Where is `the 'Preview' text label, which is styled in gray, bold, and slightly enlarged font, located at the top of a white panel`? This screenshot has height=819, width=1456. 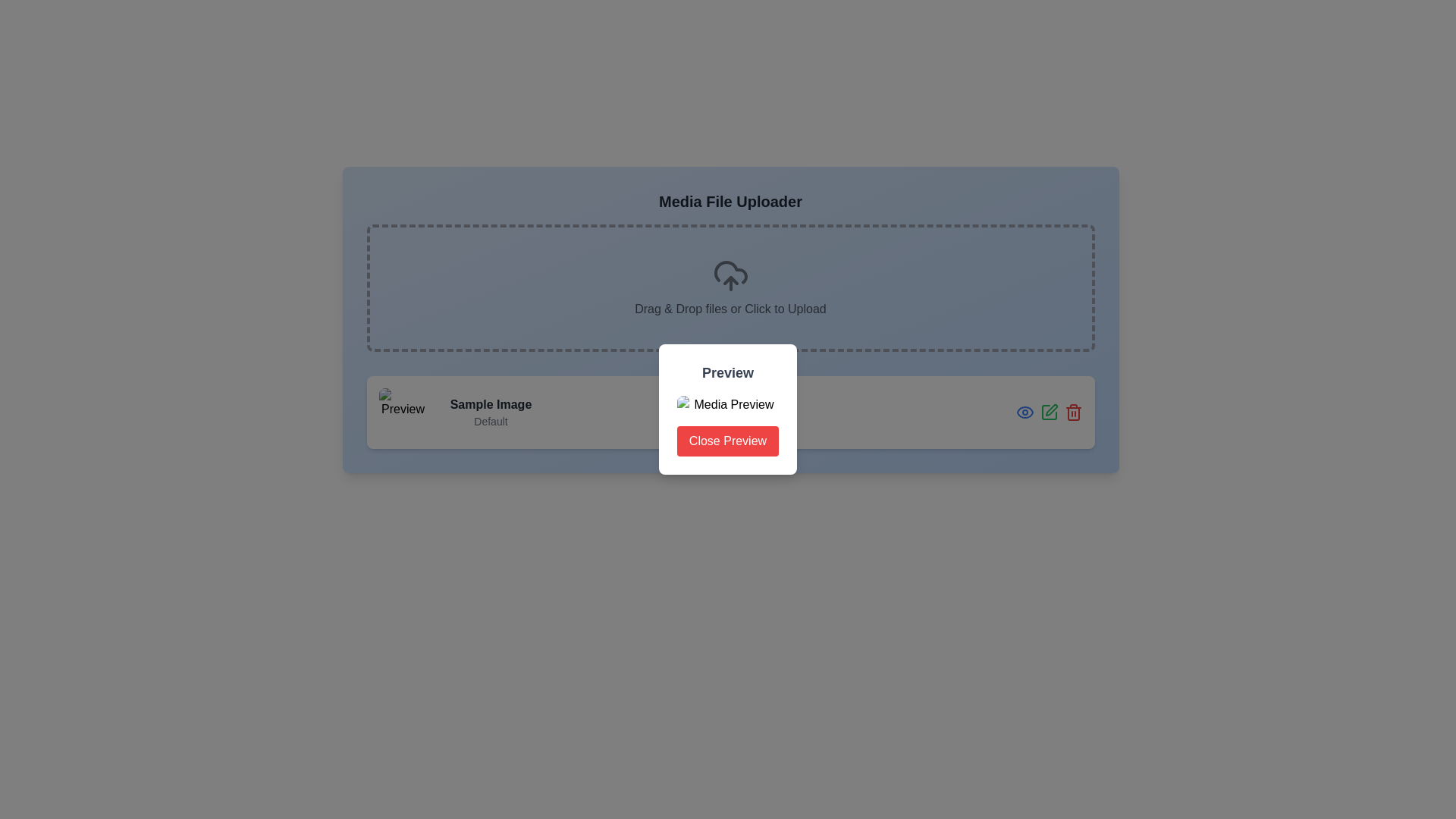 the 'Preview' text label, which is styled in gray, bold, and slightly enlarged font, located at the top of a white panel is located at coordinates (728, 373).